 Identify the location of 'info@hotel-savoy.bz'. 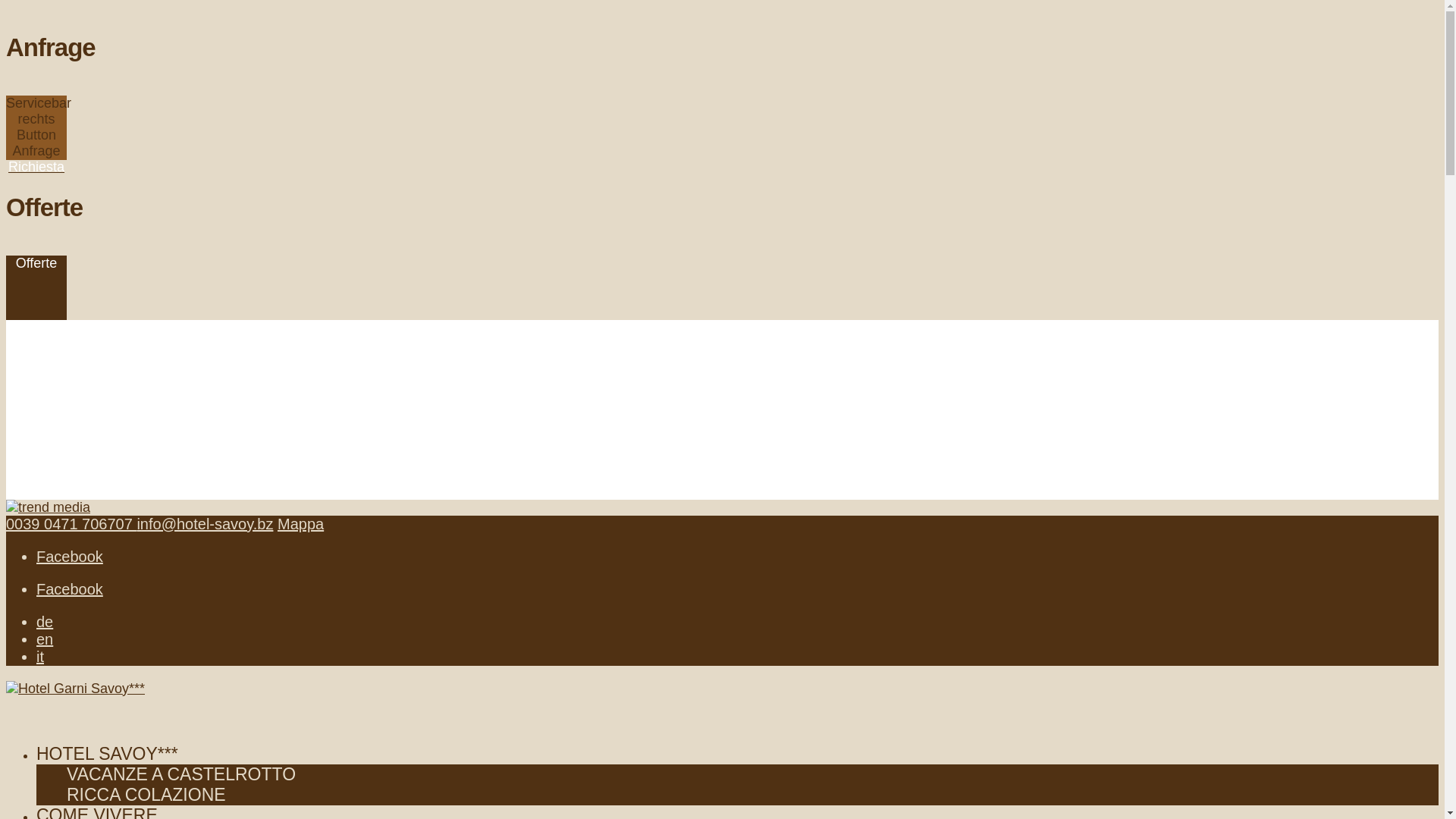
(136, 522).